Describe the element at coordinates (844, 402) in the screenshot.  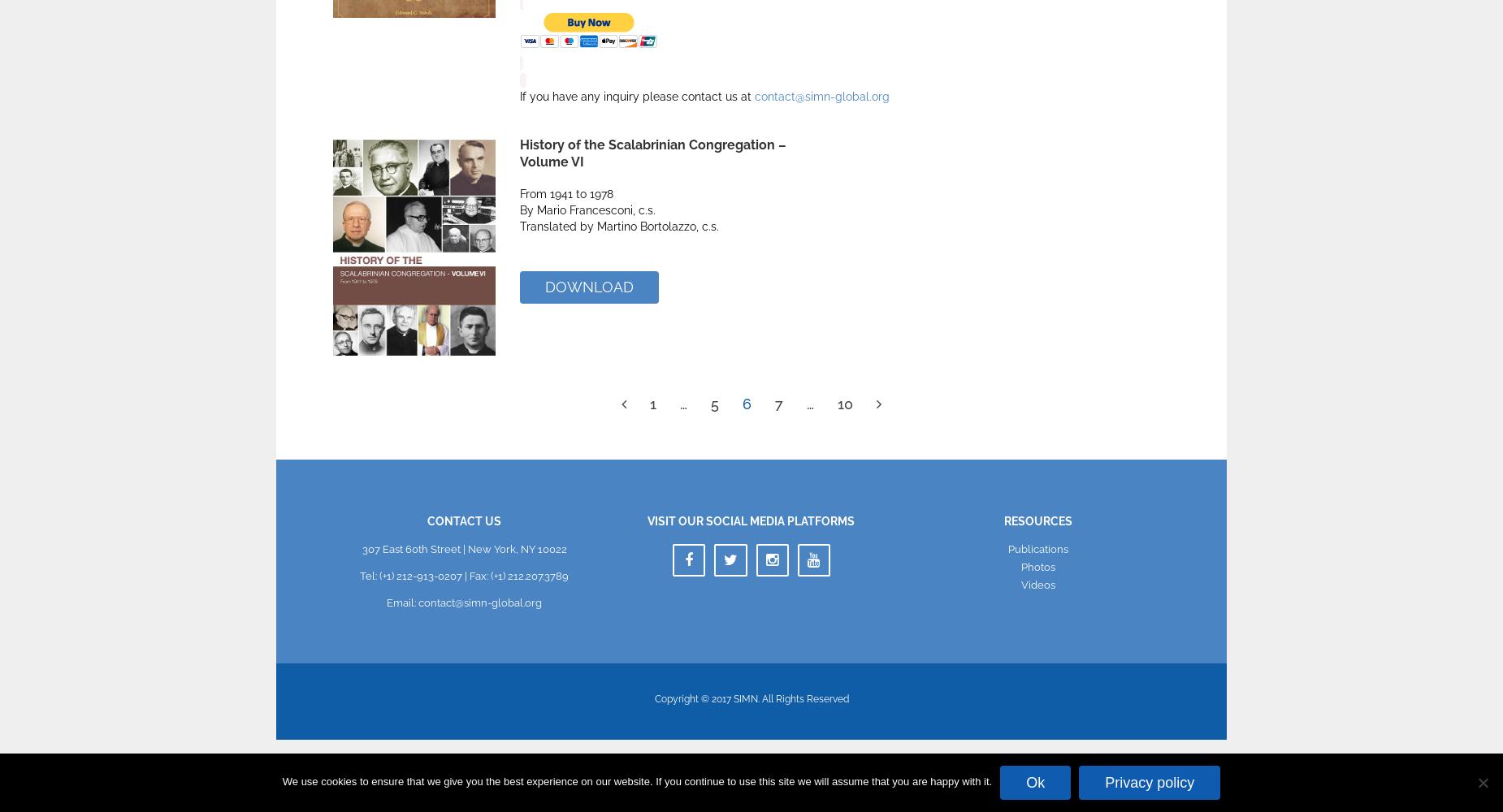
I see `'10'` at that location.